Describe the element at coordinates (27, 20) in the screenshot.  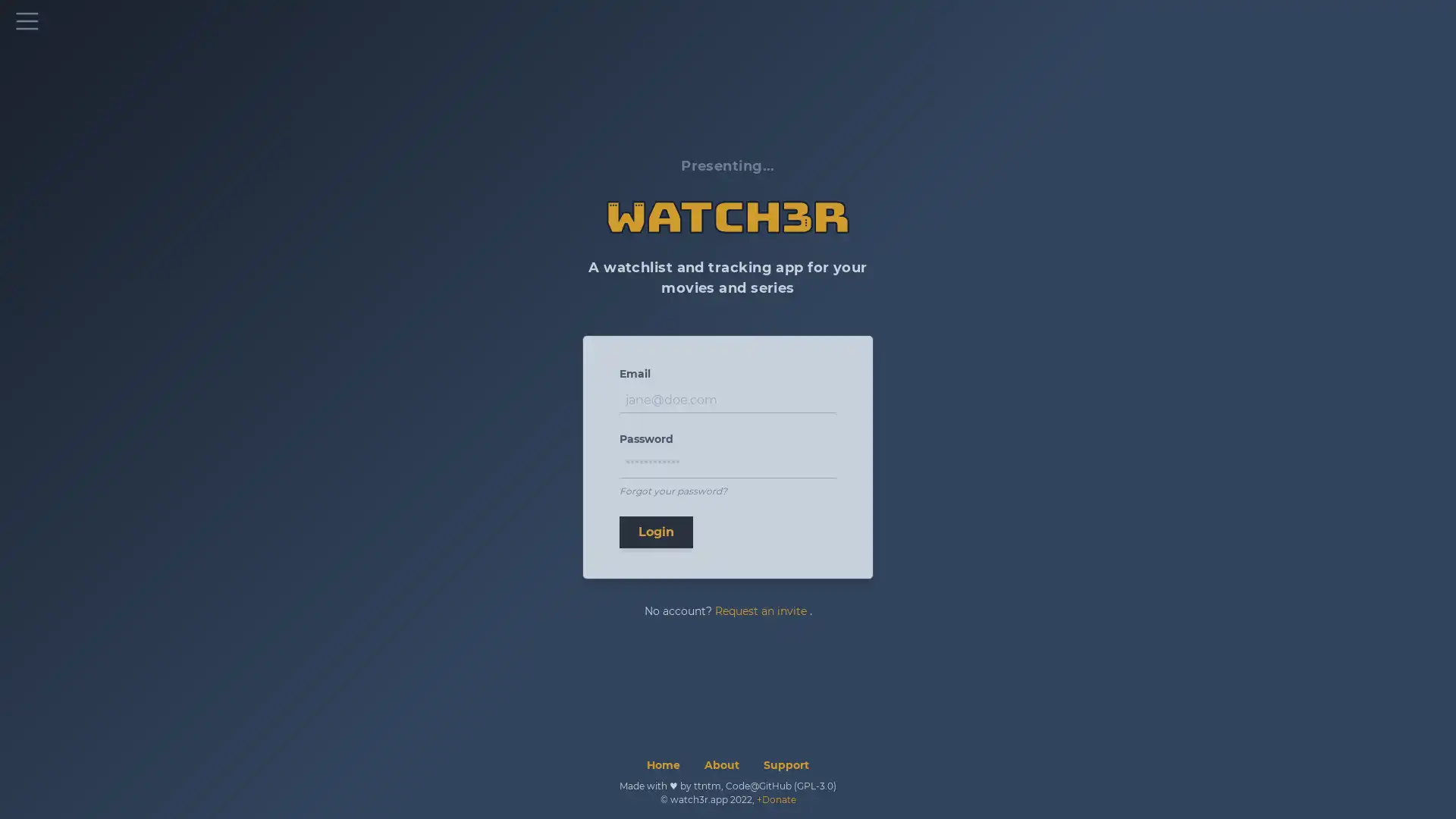
I see `Open menu` at that location.